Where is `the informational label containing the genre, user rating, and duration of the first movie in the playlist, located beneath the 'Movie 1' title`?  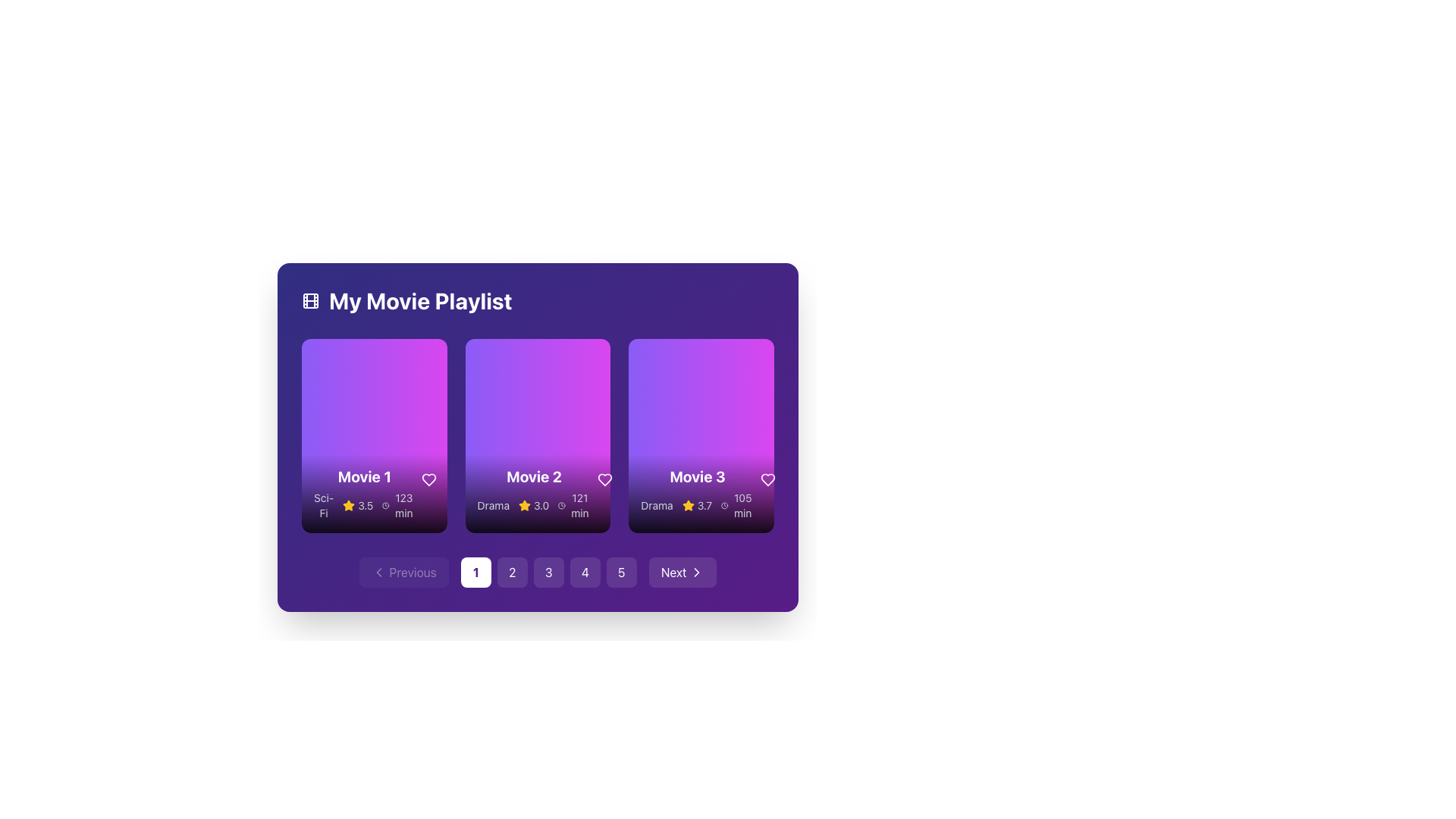 the informational label containing the genre, user rating, and duration of the first movie in the playlist, located beneath the 'Movie 1' title is located at coordinates (364, 506).